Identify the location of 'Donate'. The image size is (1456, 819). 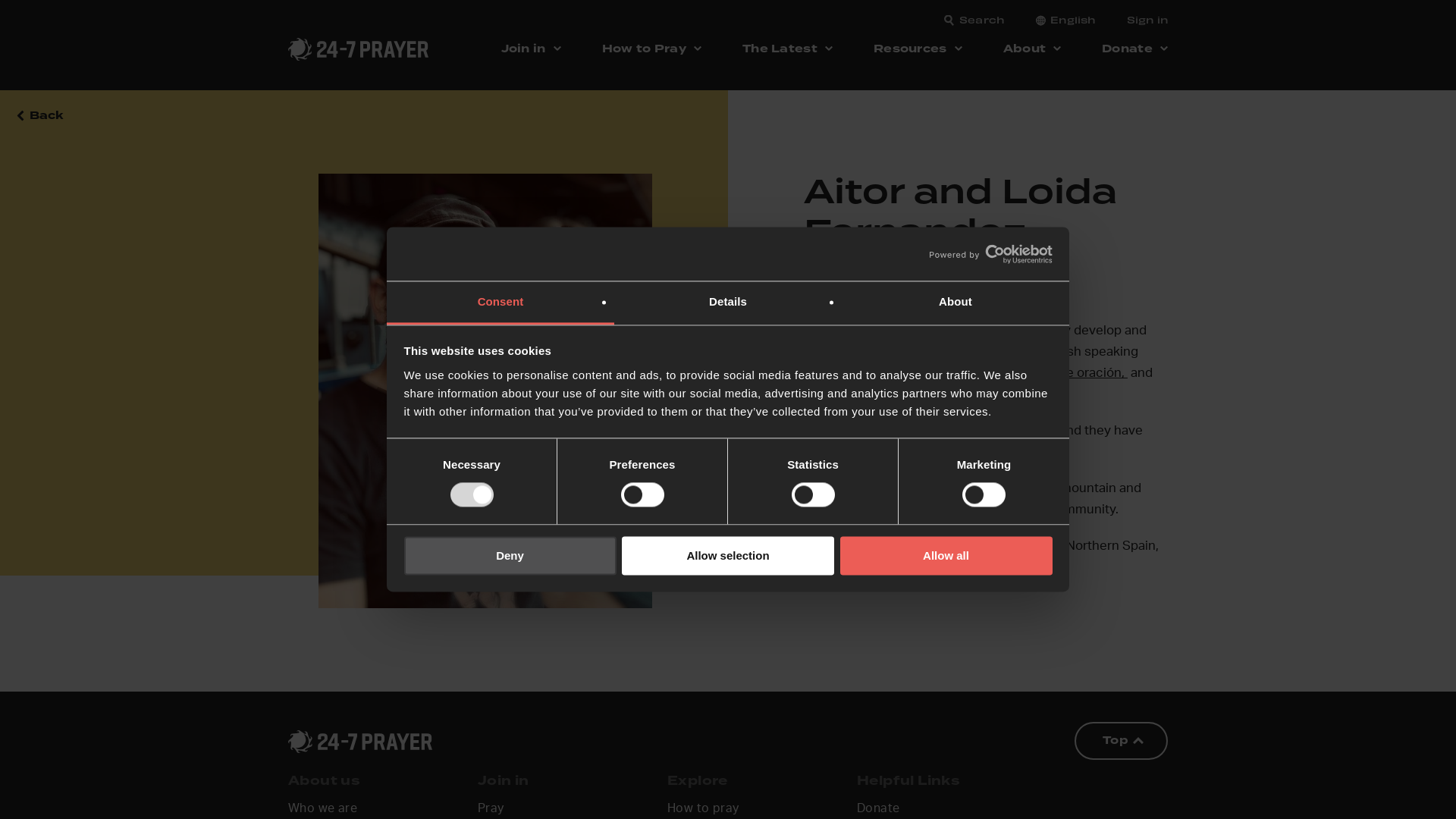
(877, 809).